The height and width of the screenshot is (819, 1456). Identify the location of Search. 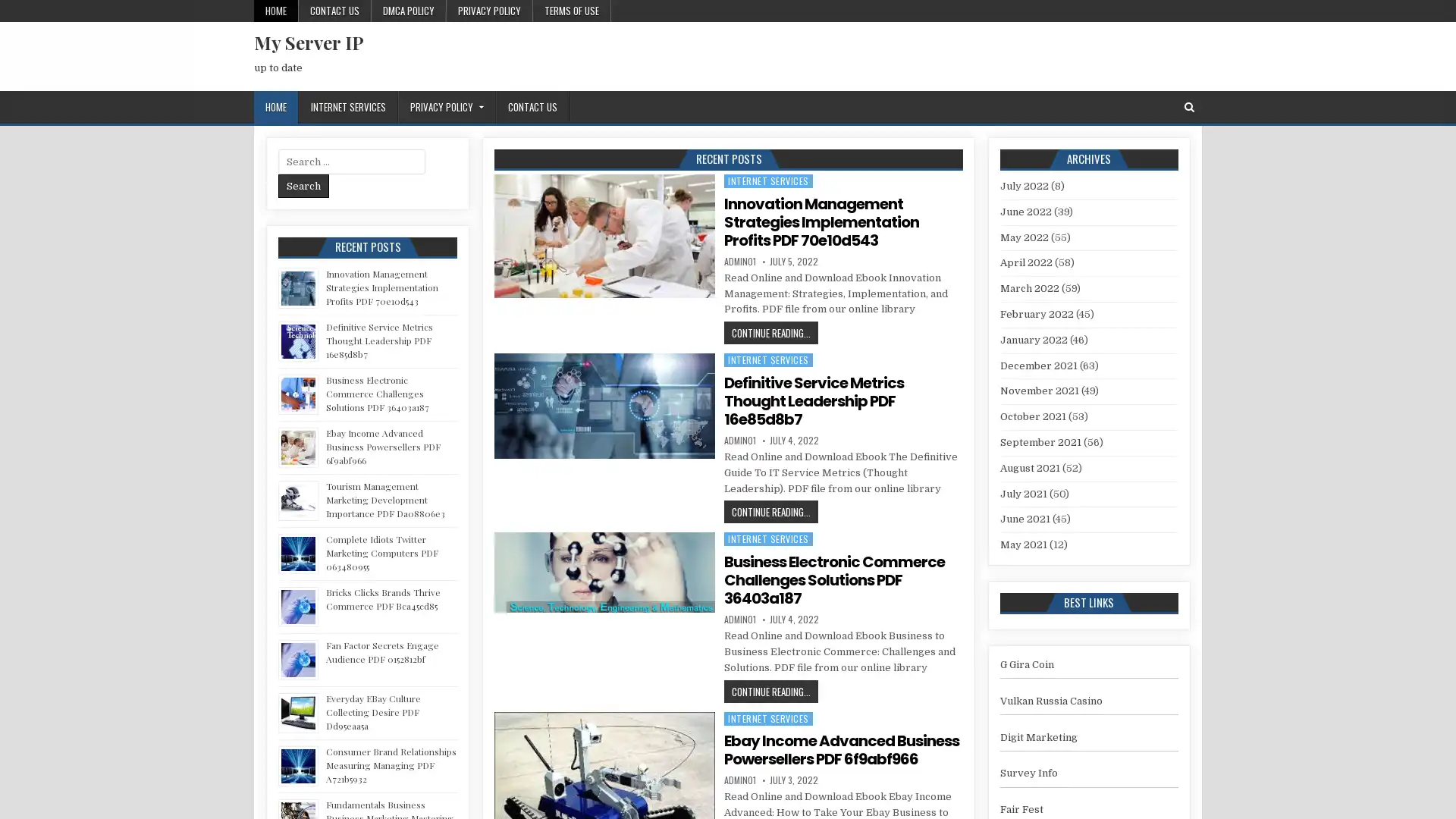
(303, 185).